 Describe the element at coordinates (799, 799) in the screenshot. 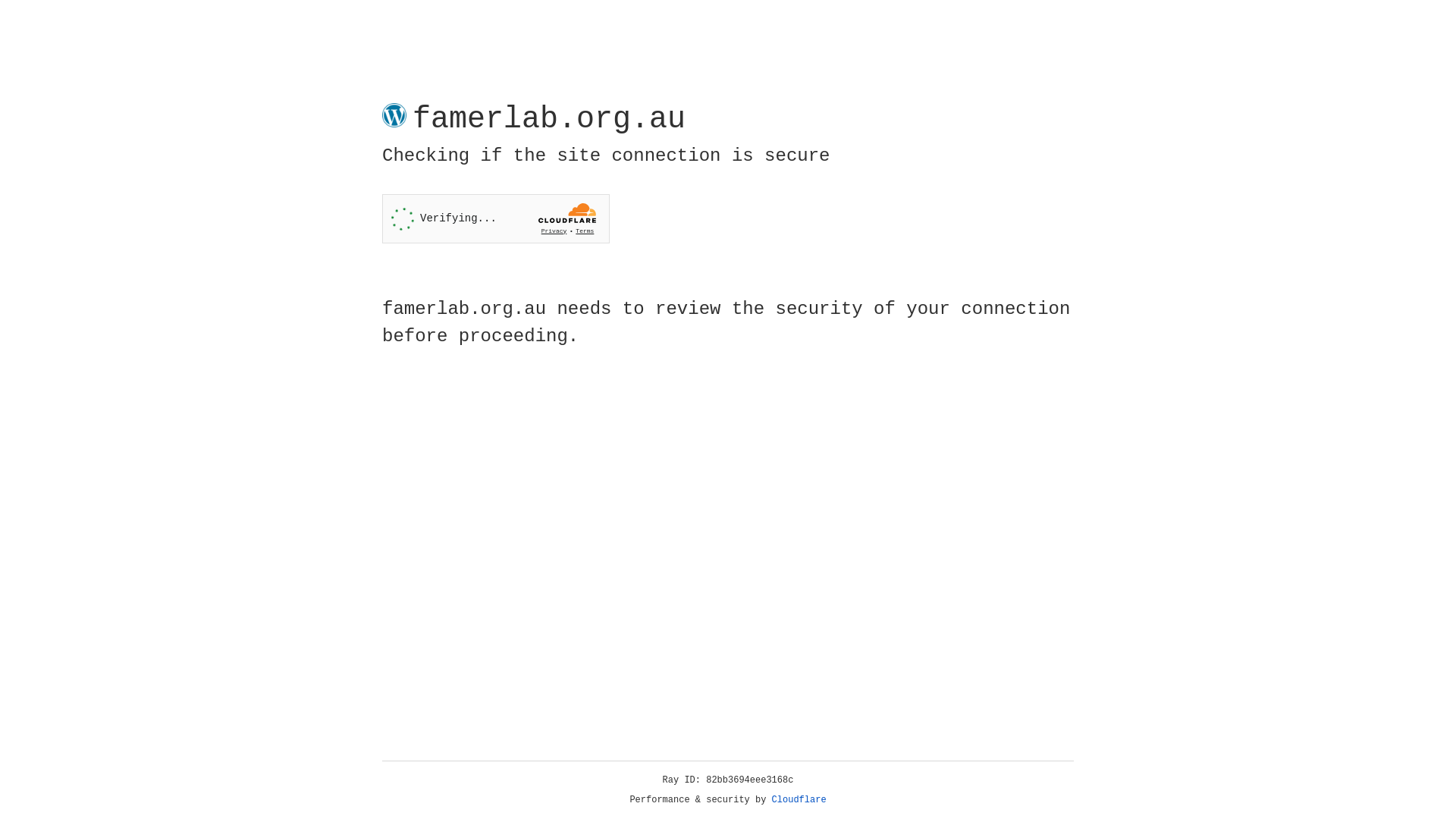

I see `'Cloudflare'` at that location.